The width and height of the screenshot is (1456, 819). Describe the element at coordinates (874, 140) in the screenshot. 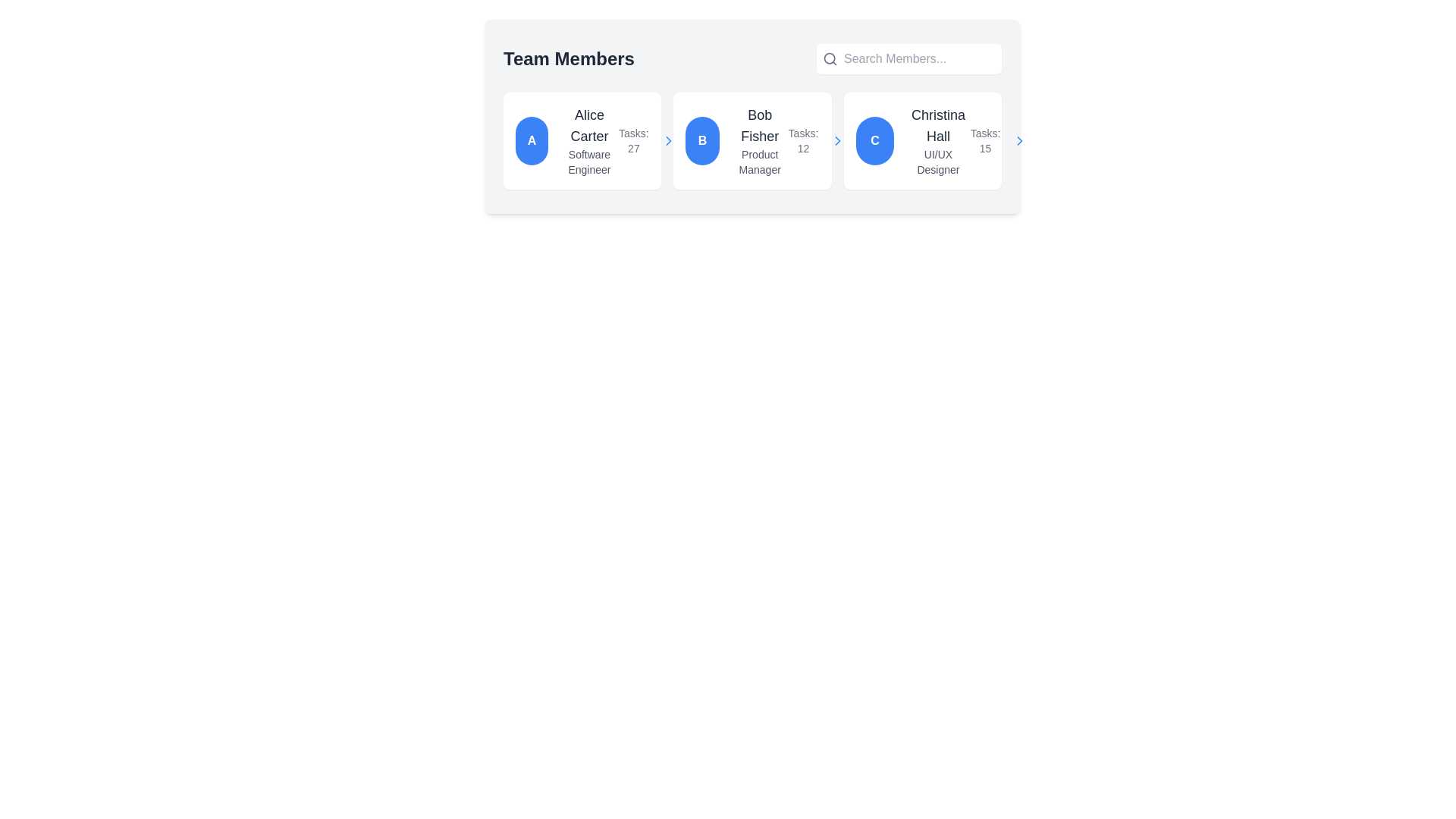

I see `the circular profile icon featuring a bold white 'C' on a blue background, representing Christina Hall, UI/UX Designer` at that location.